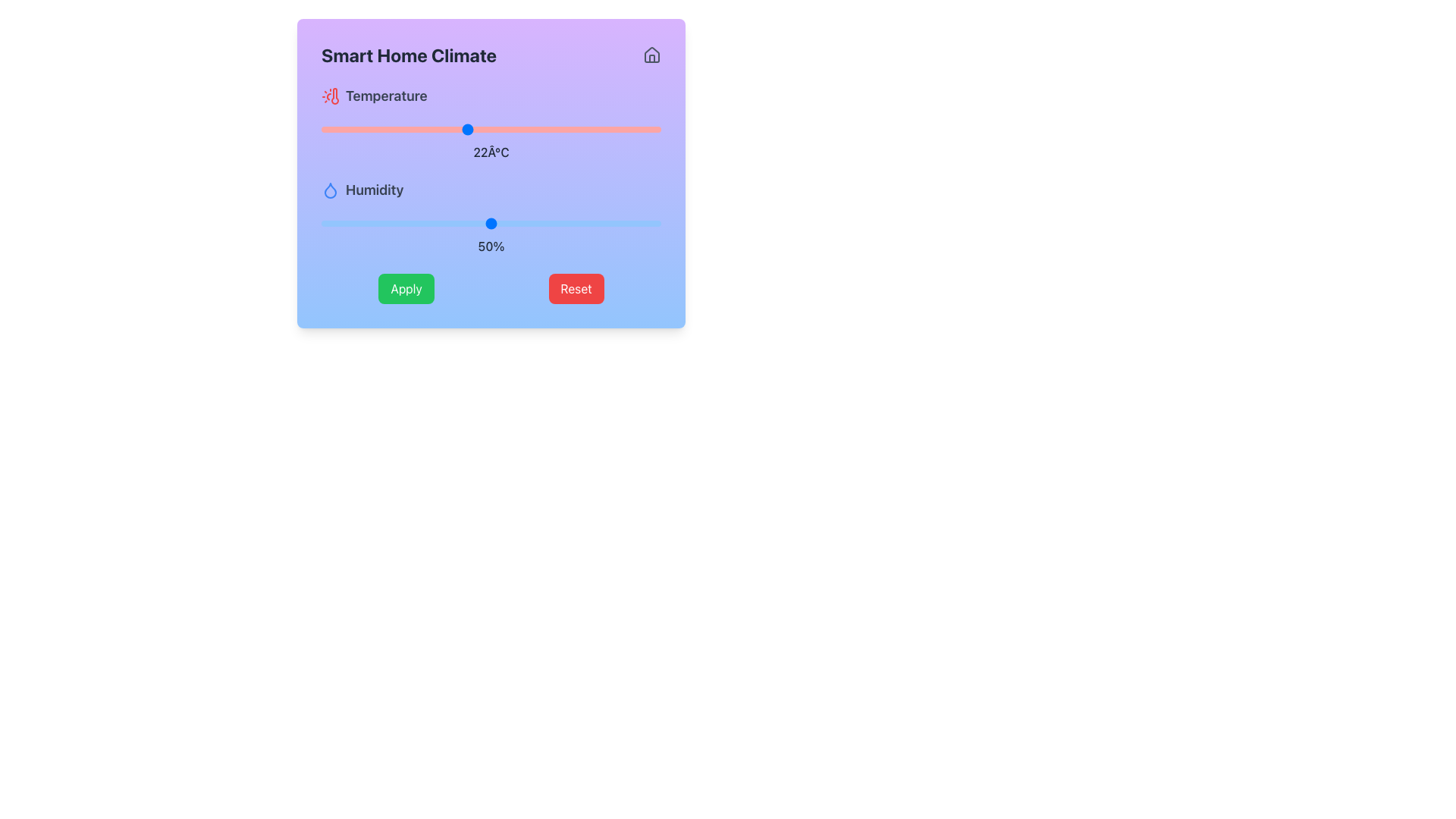 This screenshot has height=819, width=1456. What do you see at coordinates (491, 128) in the screenshot?
I see `the blue handle of the temperature range slider, which is styled with a red track` at bounding box center [491, 128].